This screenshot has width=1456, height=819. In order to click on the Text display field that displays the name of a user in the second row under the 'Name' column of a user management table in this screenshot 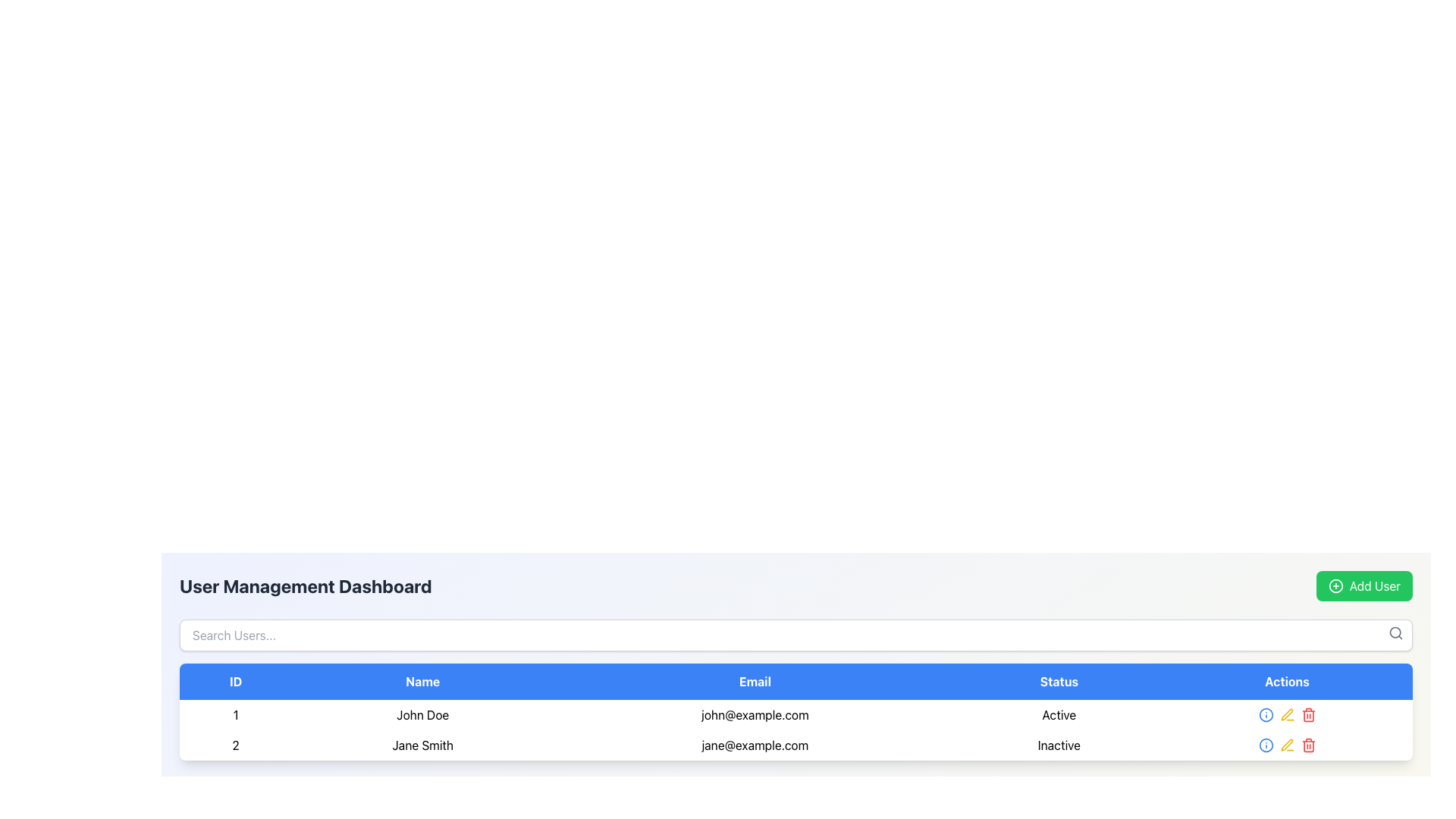, I will do `click(422, 745)`.